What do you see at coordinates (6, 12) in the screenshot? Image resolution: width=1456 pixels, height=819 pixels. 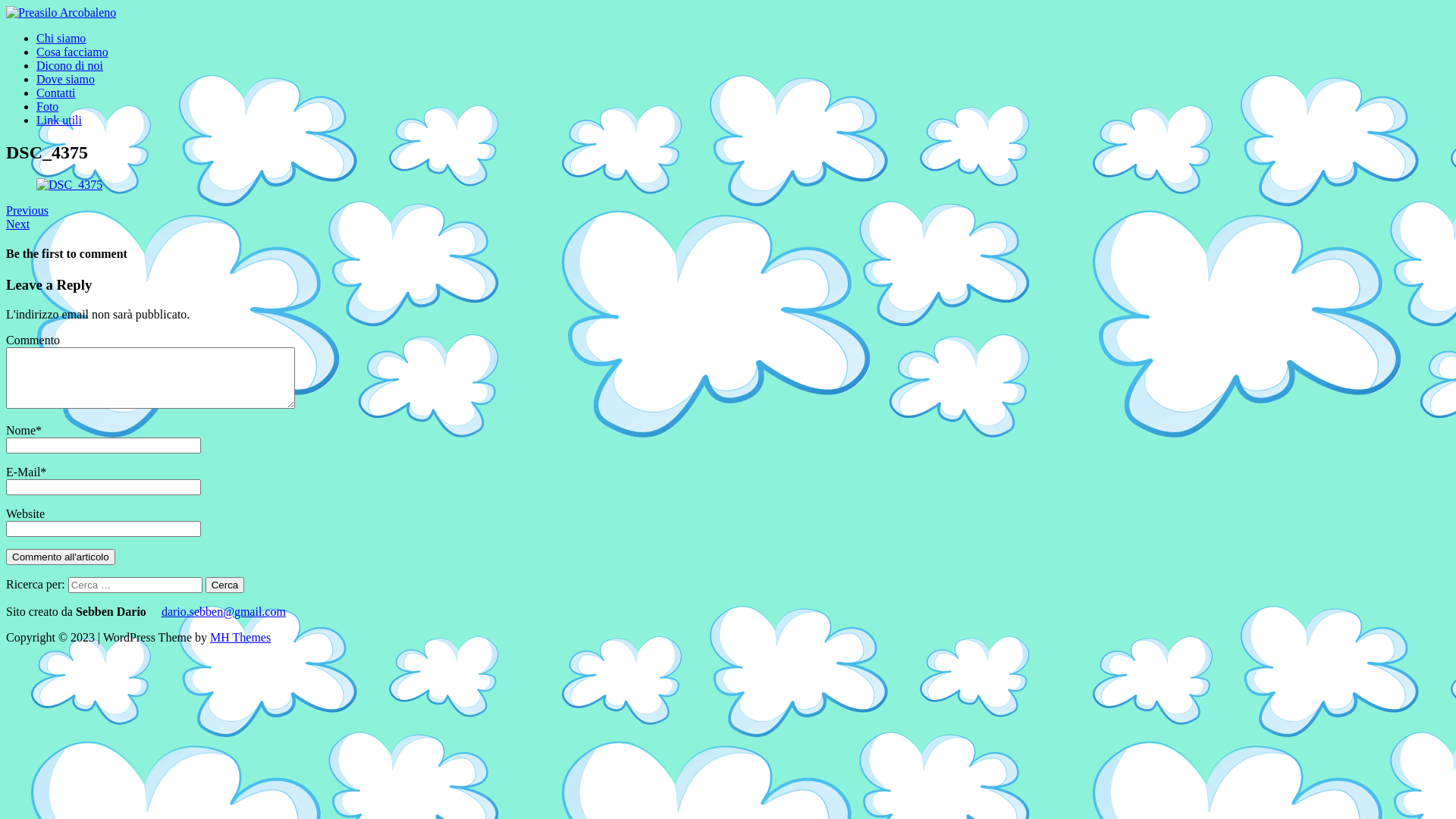 I see `'Preasilo Arcobaleno'` at bounding box center [6, 12].